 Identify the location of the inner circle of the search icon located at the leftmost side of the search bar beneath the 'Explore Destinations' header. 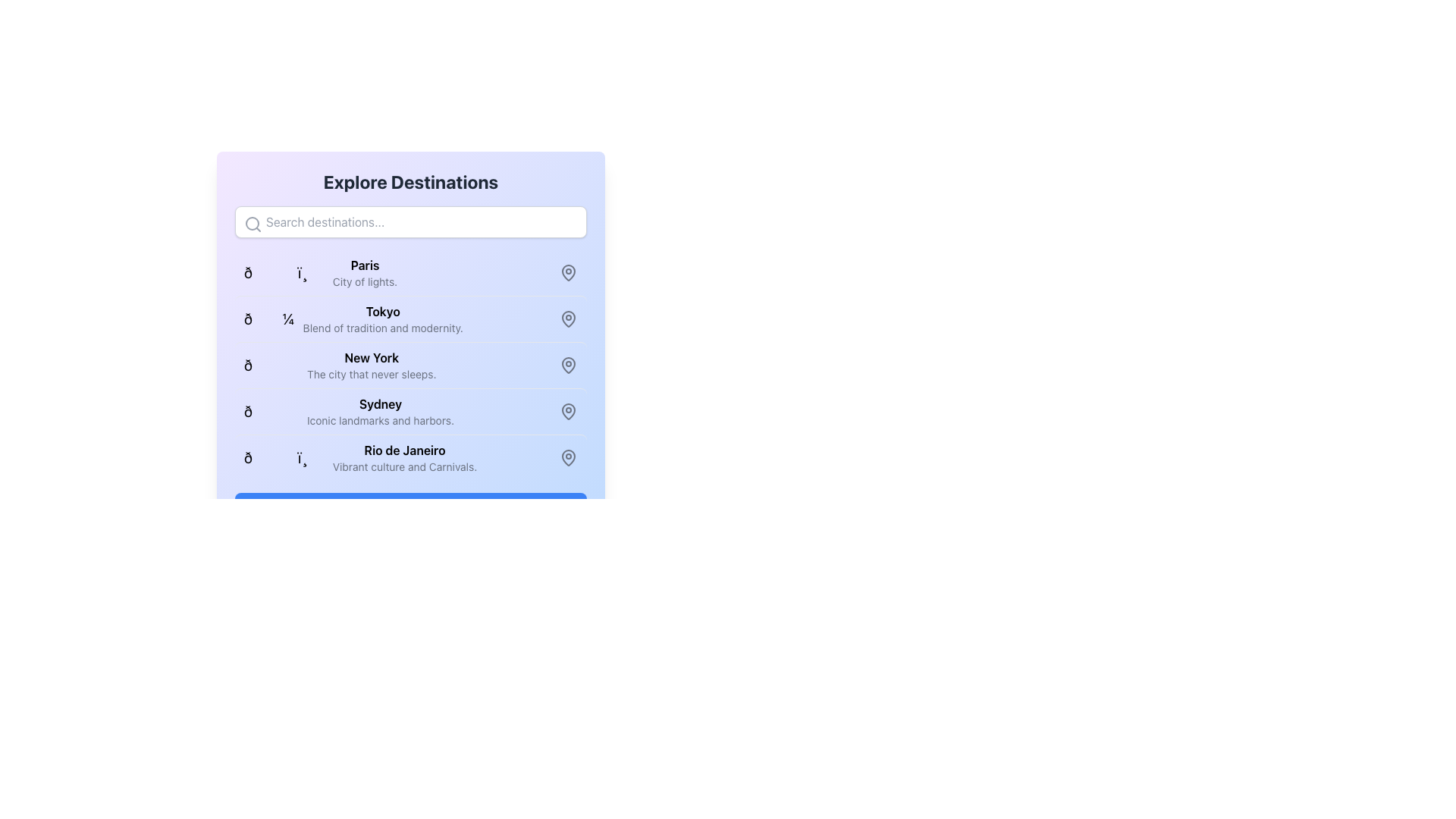
(252, 223).